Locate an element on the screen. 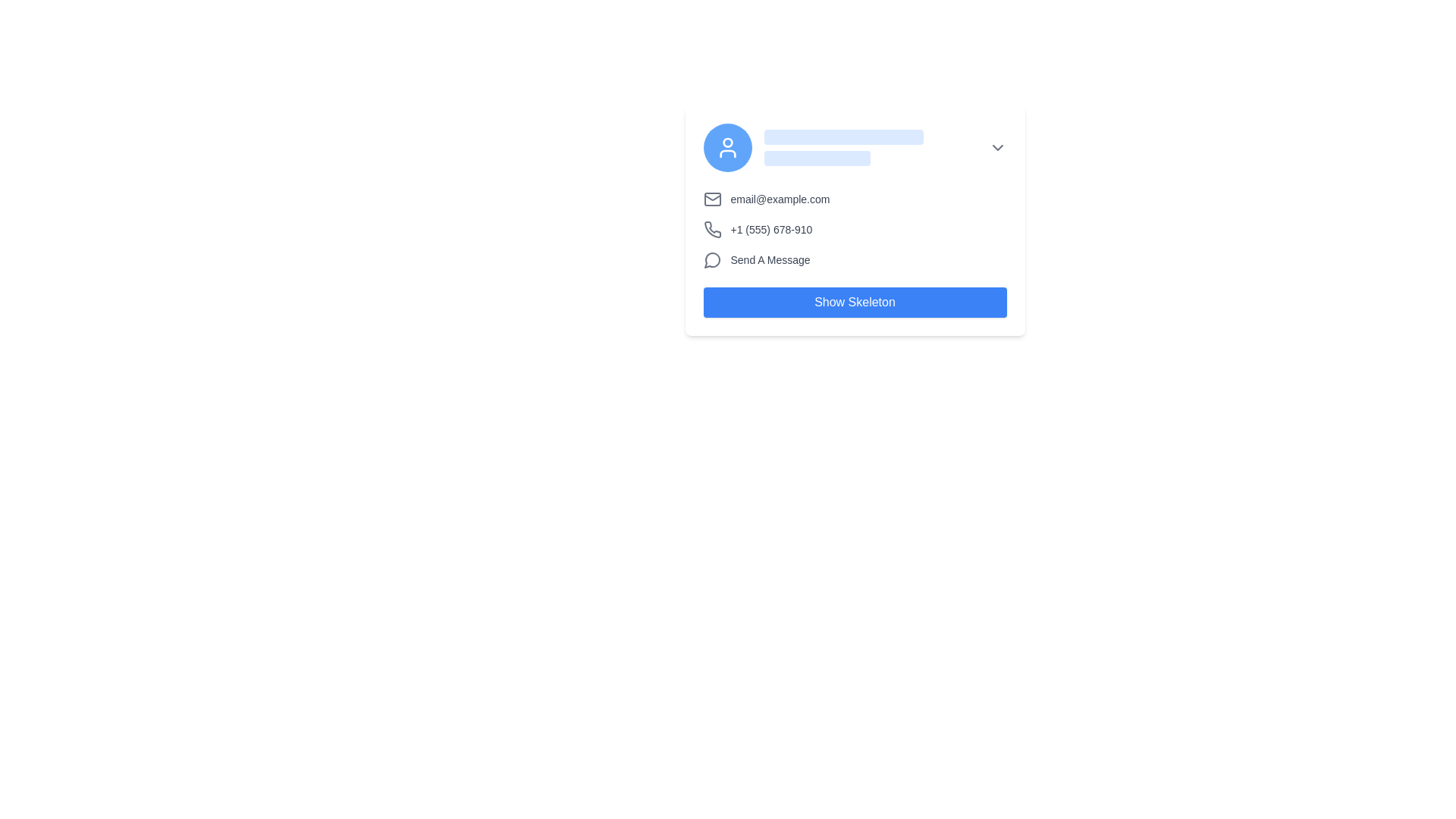 Image resolution: width=1456 pixels, height=819 pixels. the circular user icon with a white symbol on a blue background located at the top-left corner of the card-like area is located at coordinates (726, 148).